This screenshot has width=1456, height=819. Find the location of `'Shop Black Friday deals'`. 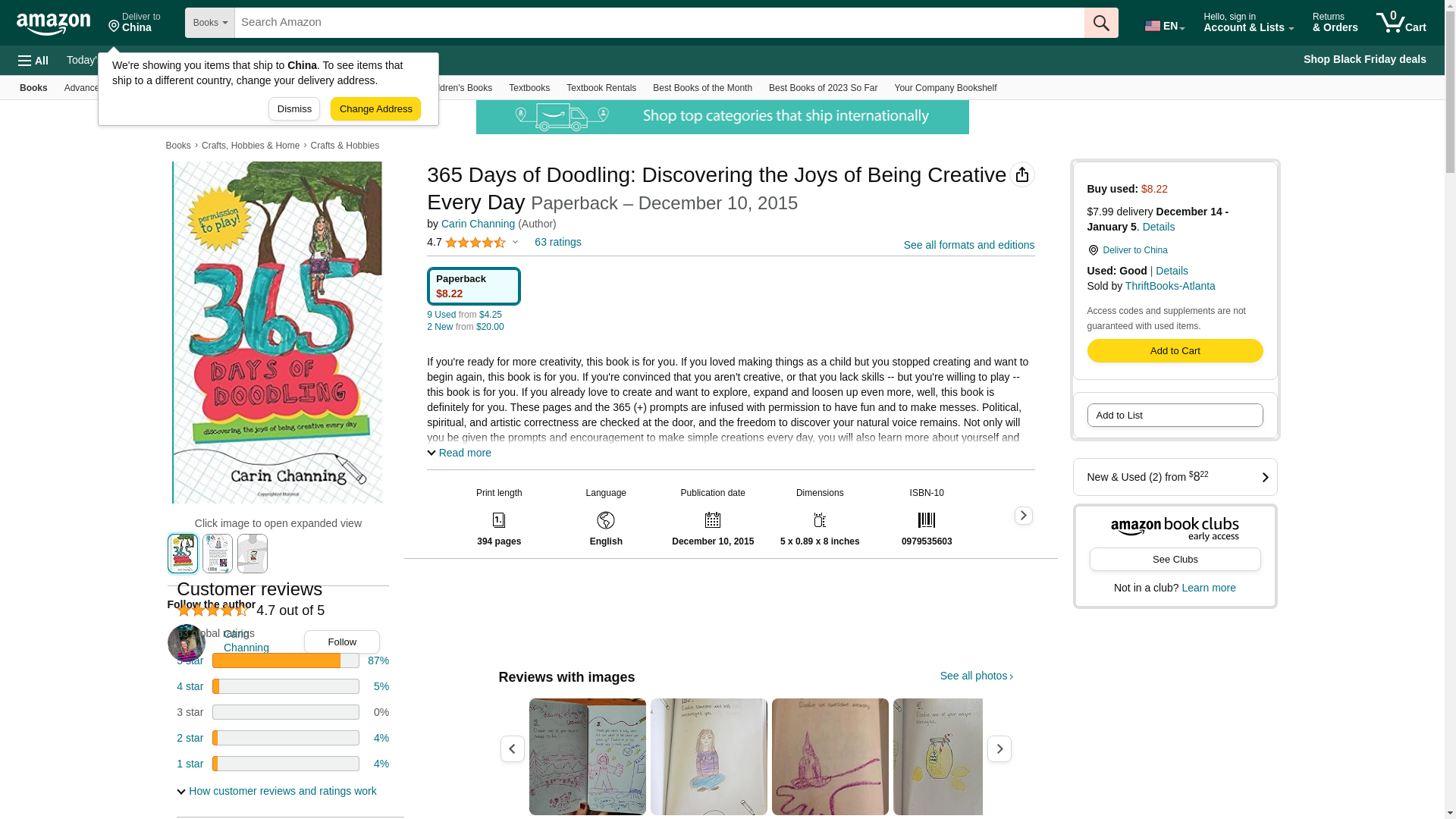

'Shop Black Friday deals' is located at coordinates (1365, 58).